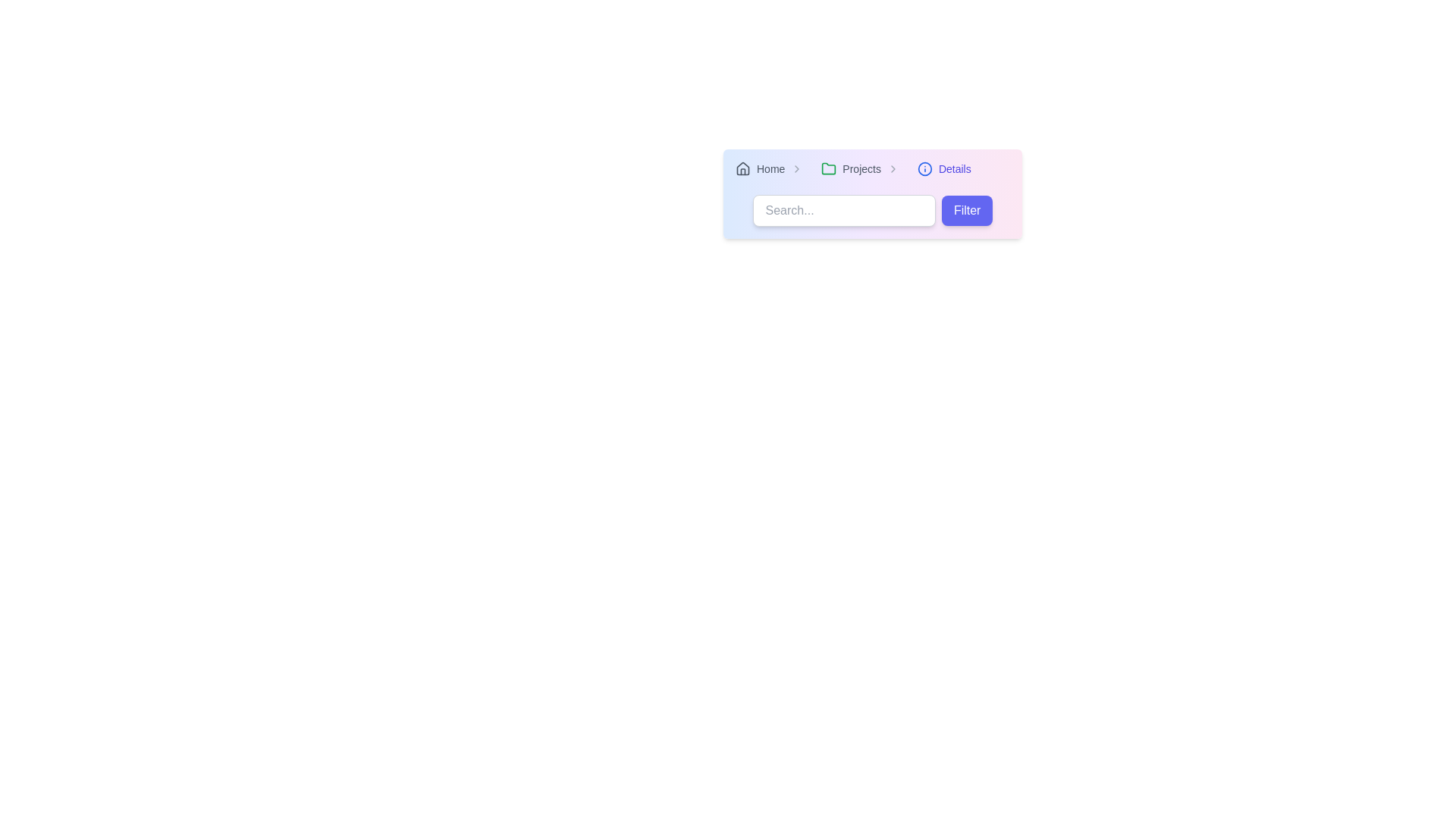  What do you see at coordinates (742, 168) in the screenshot?
I see `the 'Home' icon in the breadcrumb navigation, which is the leftmost icon preceding the text 'Home'` at bounding box center [742, 168].